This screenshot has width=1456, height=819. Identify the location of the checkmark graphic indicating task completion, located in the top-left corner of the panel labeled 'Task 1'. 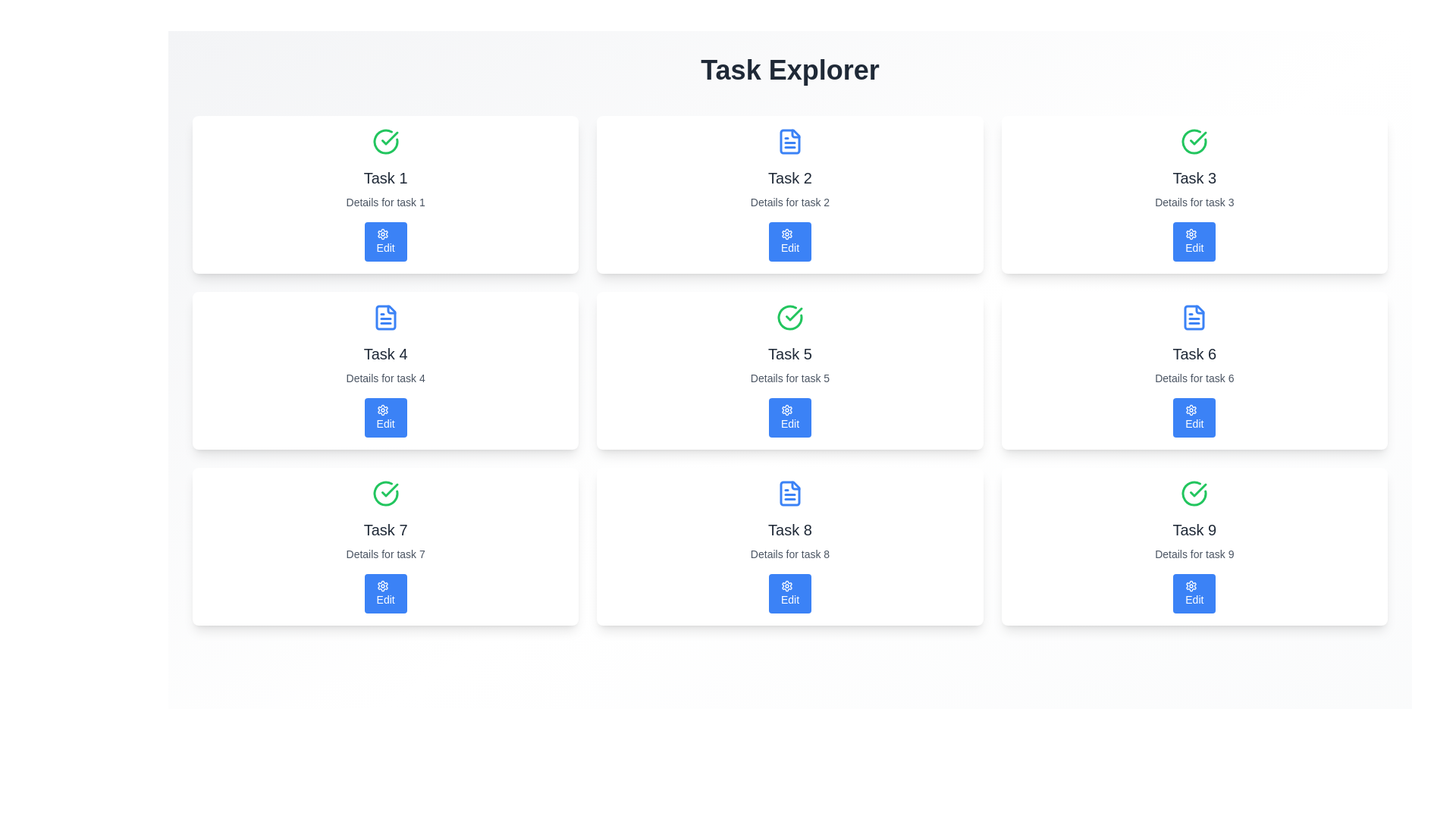
(389, 490).